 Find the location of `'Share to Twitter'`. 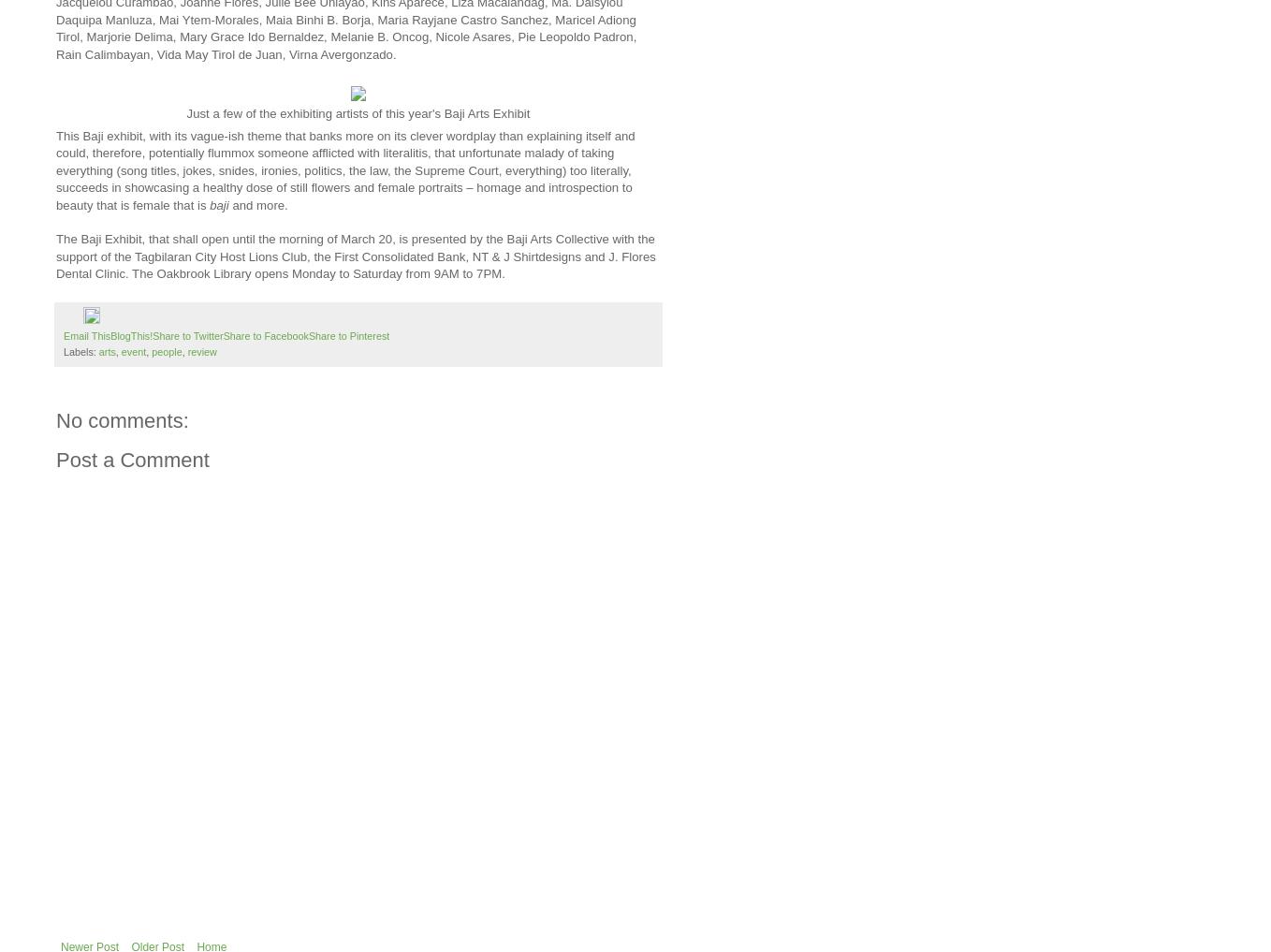

'Share to Twitter' is located at coordinates (186, 335).